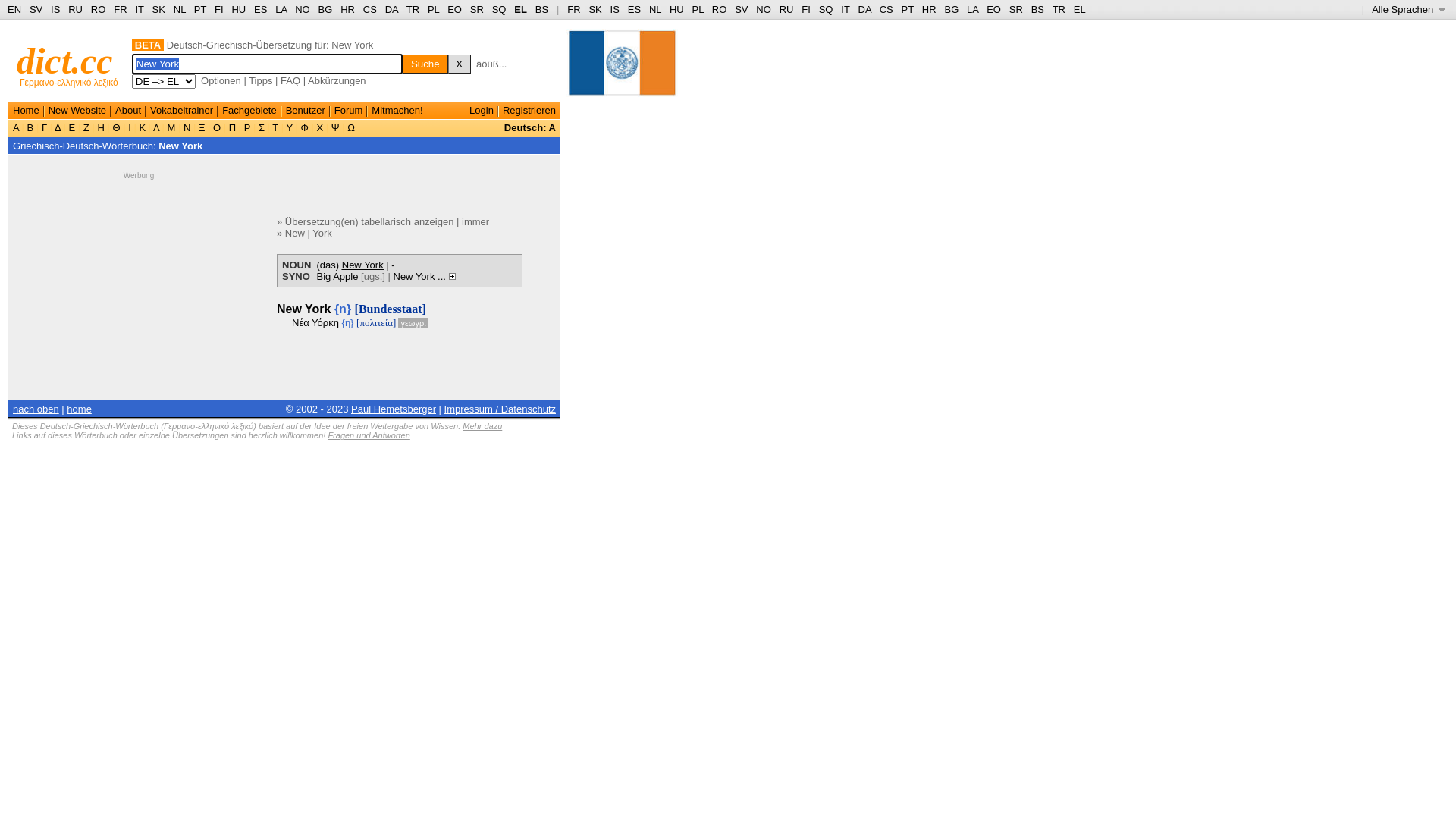 The image size is (1456, 819). I want to click on 'New', so click(294, 233).